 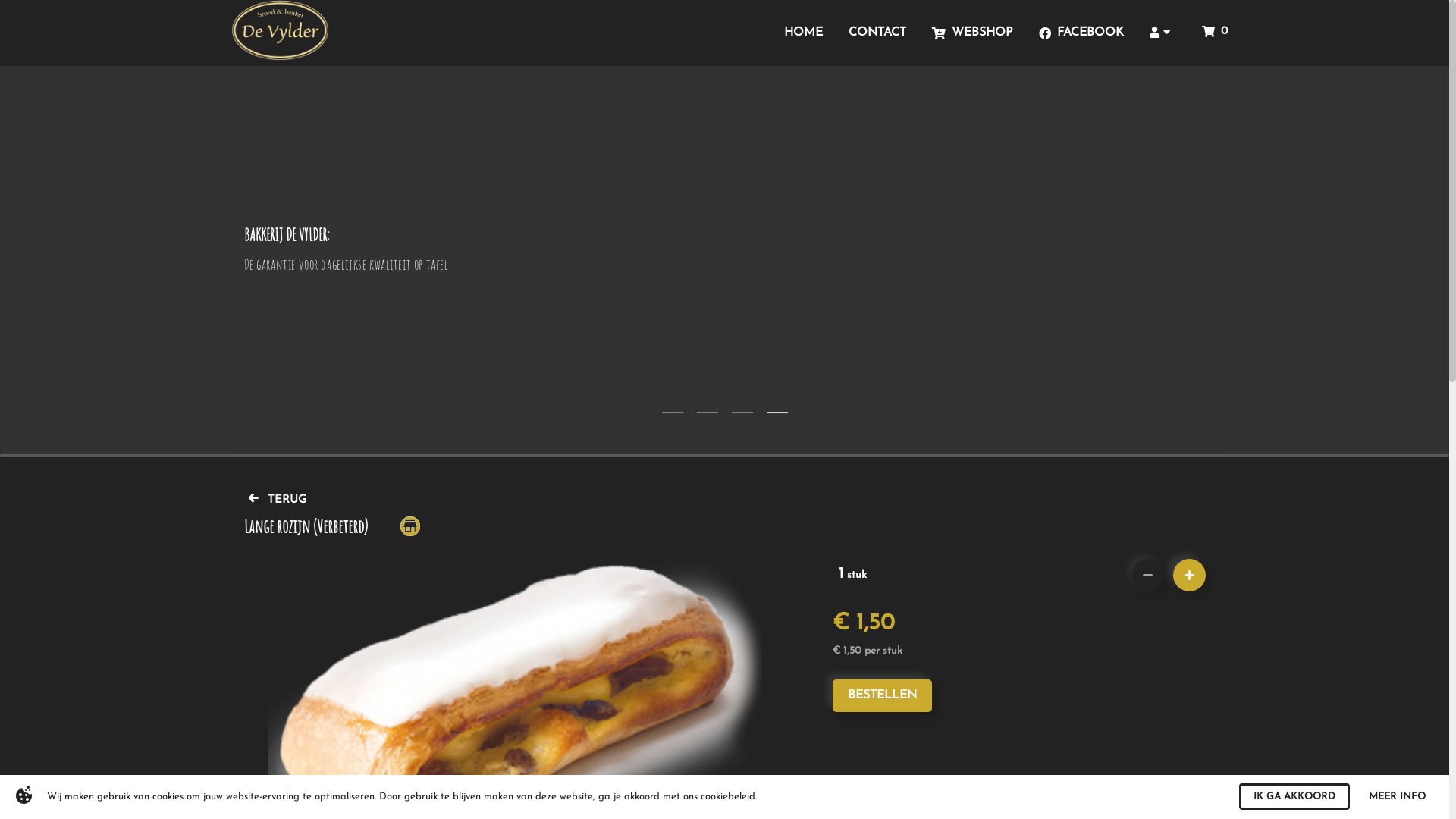 I want to click on 'MORE INFO', so click(x=1402, y=795).